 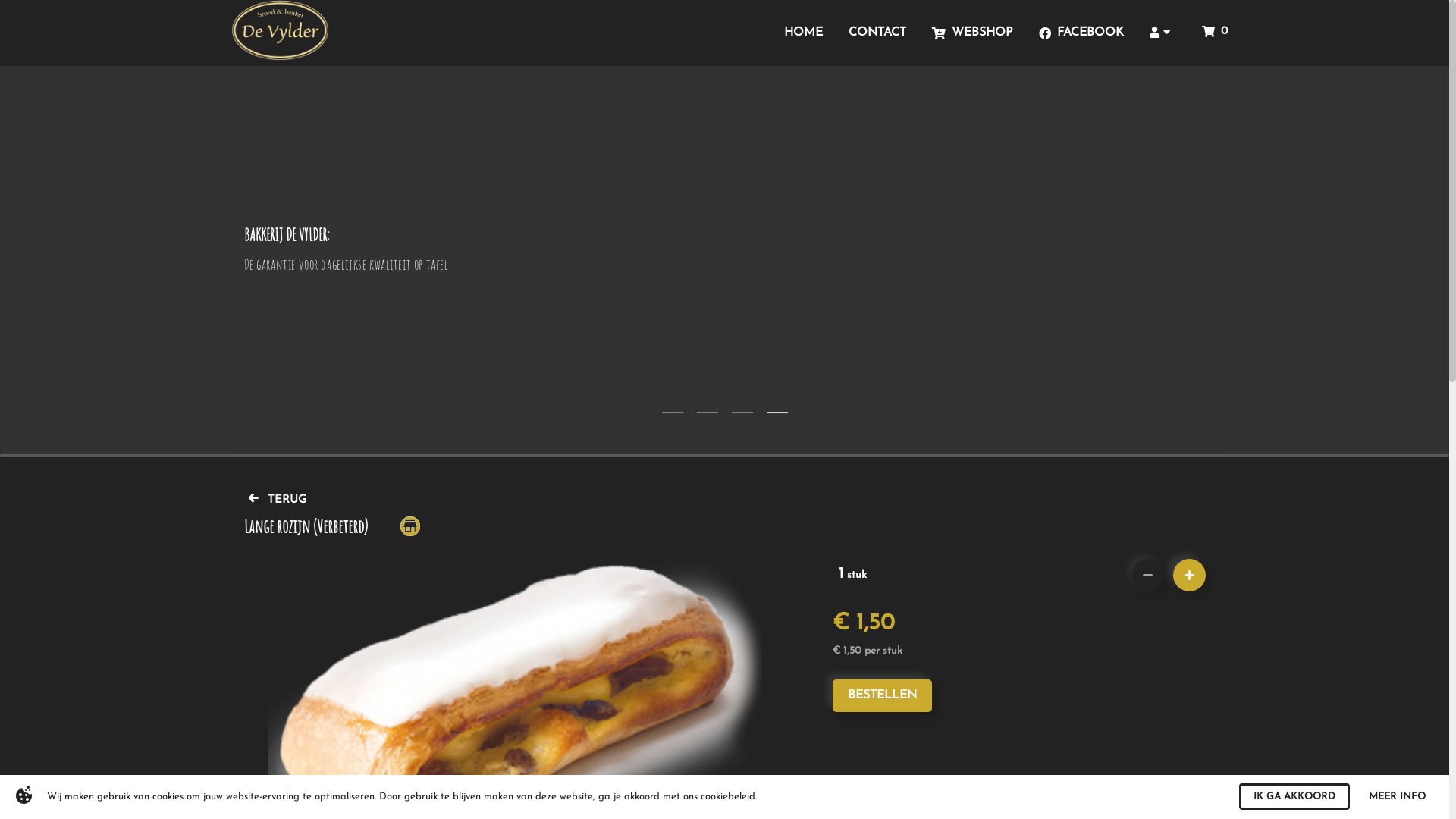 I want to click on 'MORE INFO', so click(x=1402, y=795).